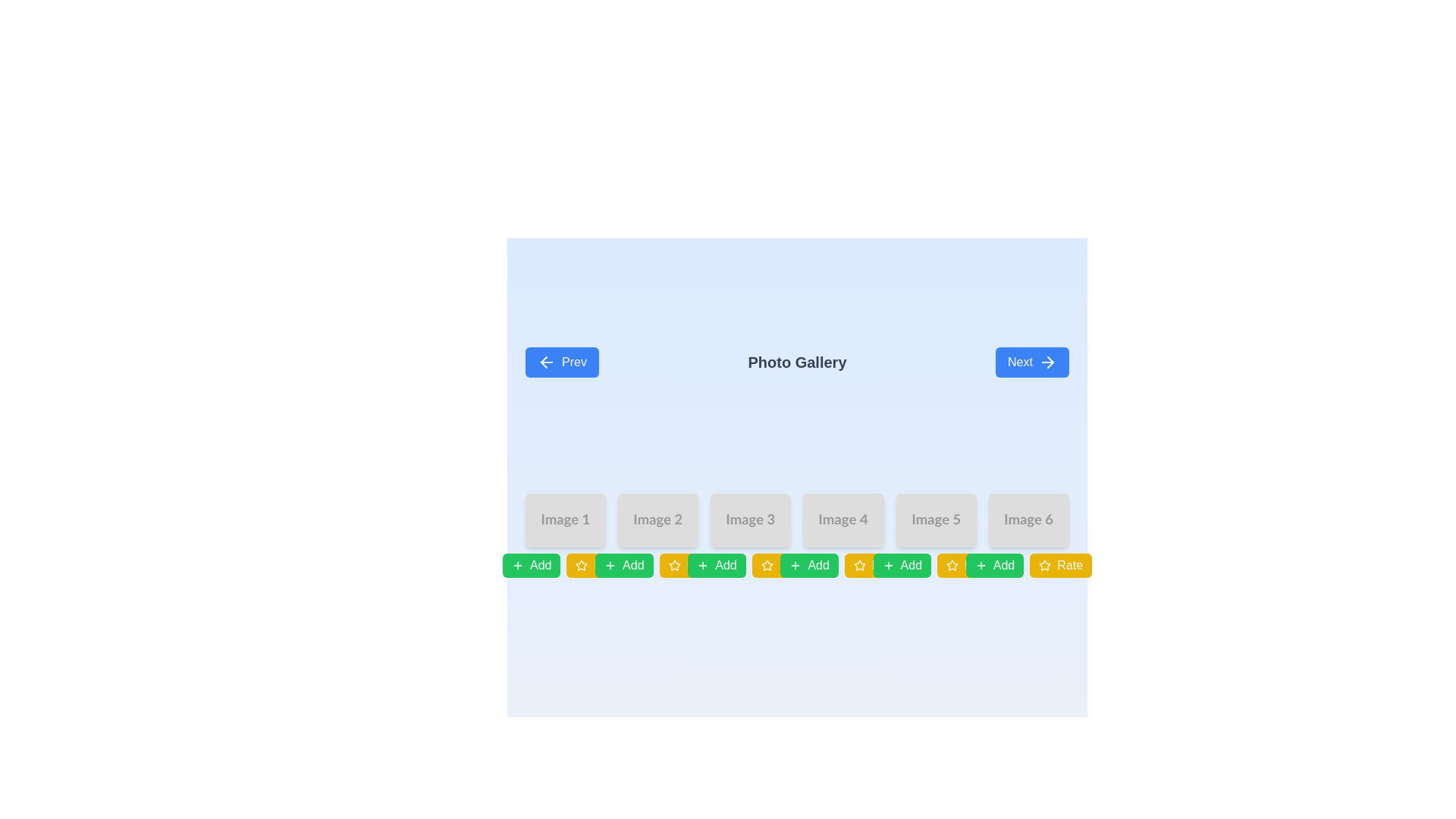  What do you see at coordinates (859, 565) in the screenshot?
I see `the star-shaped icon, which is yellow and hollow, located to the left of the 'Rate' text button in the bottom-right corner of the interface to rate it` at bounding box center [859, 565].